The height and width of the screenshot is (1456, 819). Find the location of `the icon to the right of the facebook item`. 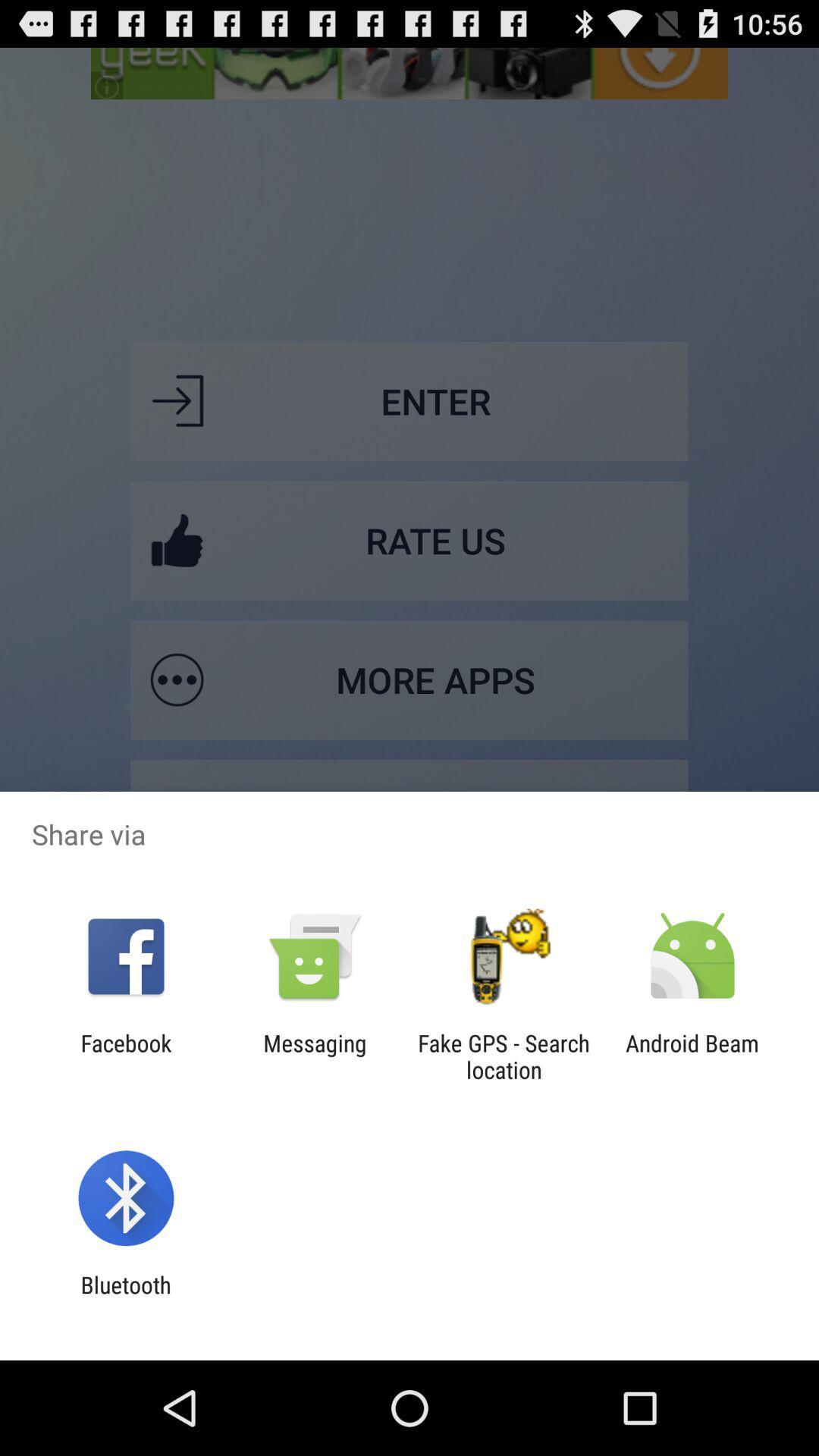

the icon to the right of the facebook item is located at coordinates (314, 1056).